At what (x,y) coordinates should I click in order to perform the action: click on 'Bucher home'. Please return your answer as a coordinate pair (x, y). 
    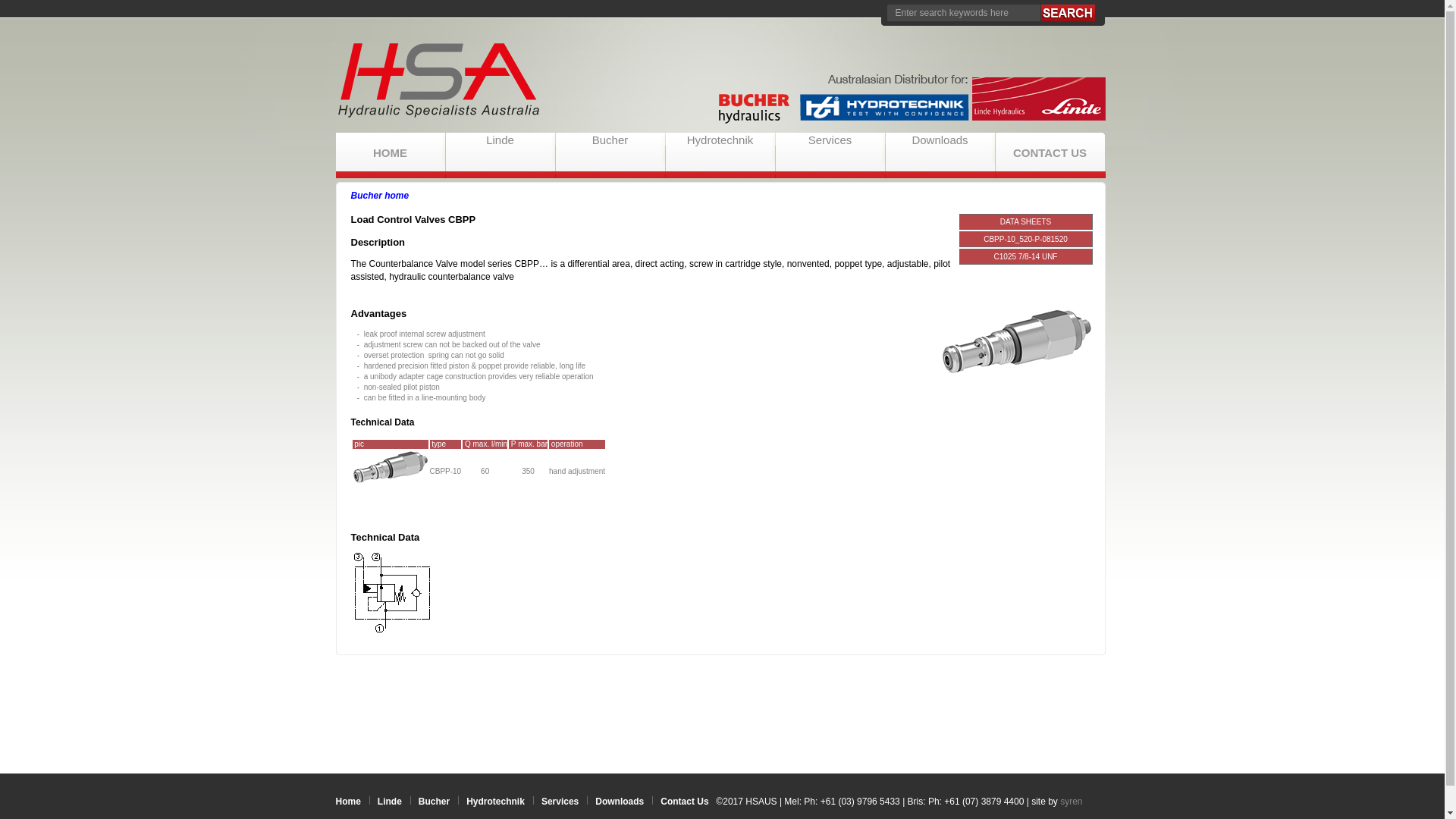
    Looking at the image, I should click on (379, 195).